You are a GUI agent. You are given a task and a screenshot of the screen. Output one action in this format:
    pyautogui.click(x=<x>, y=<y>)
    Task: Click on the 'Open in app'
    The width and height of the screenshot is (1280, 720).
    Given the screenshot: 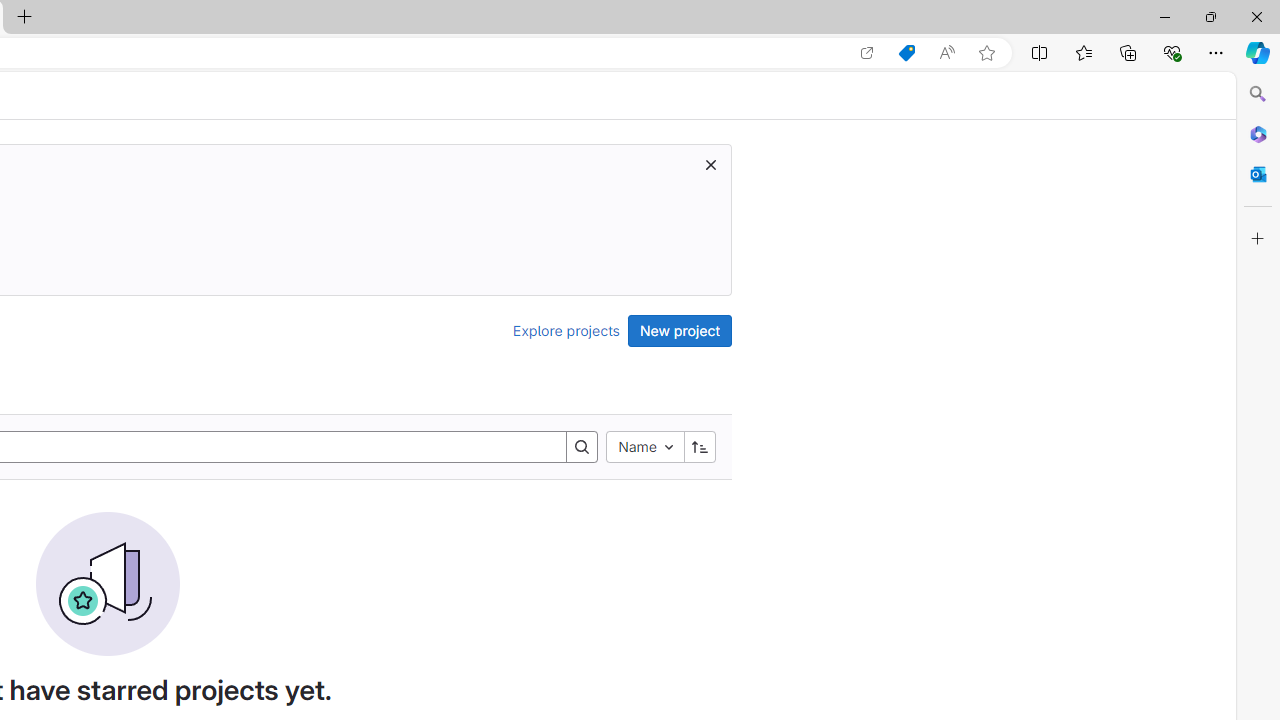 What is the action you would take?
    pyautogui.click(x=867, y=52)
    